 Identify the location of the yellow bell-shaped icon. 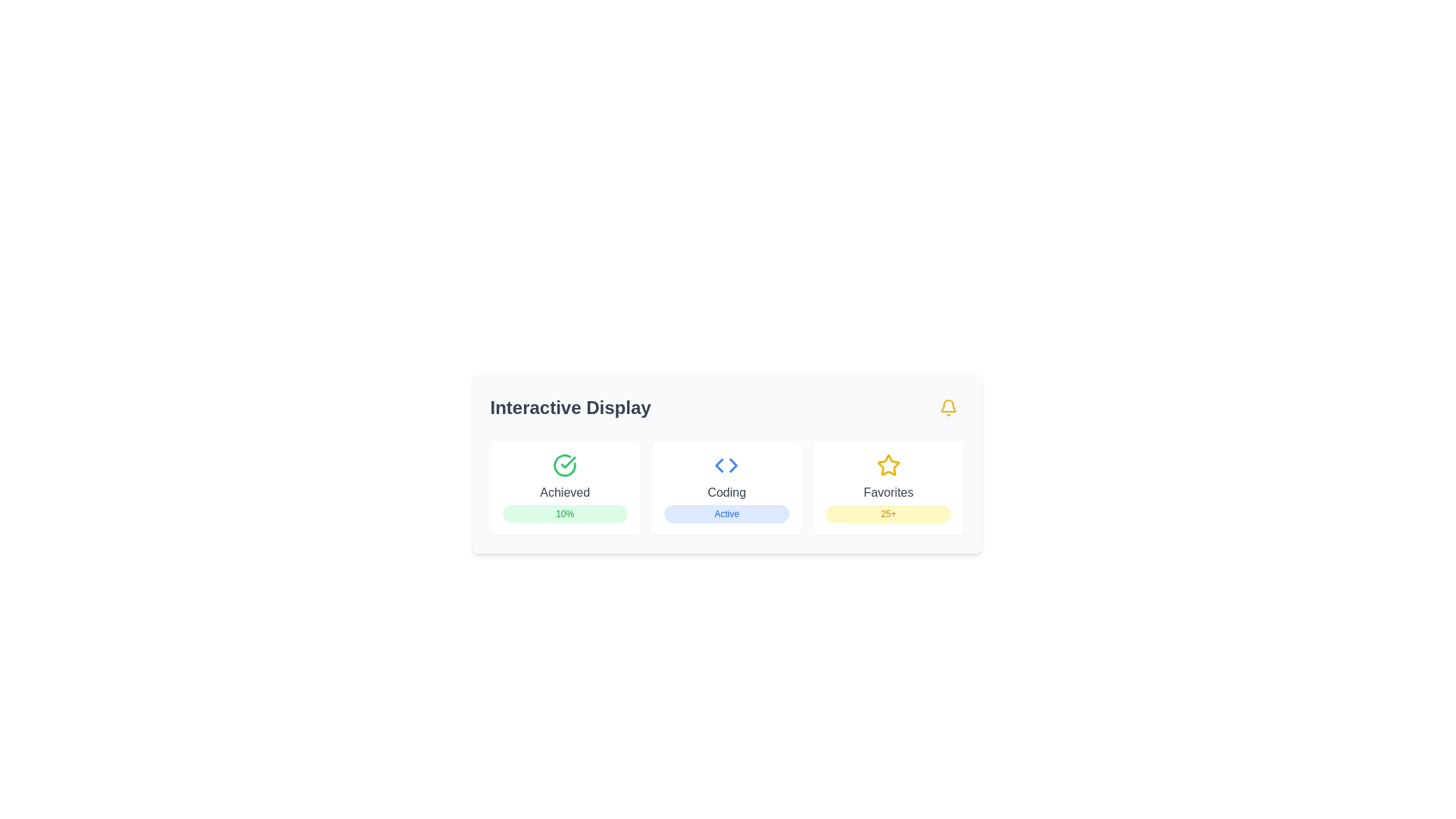
(947, 406).